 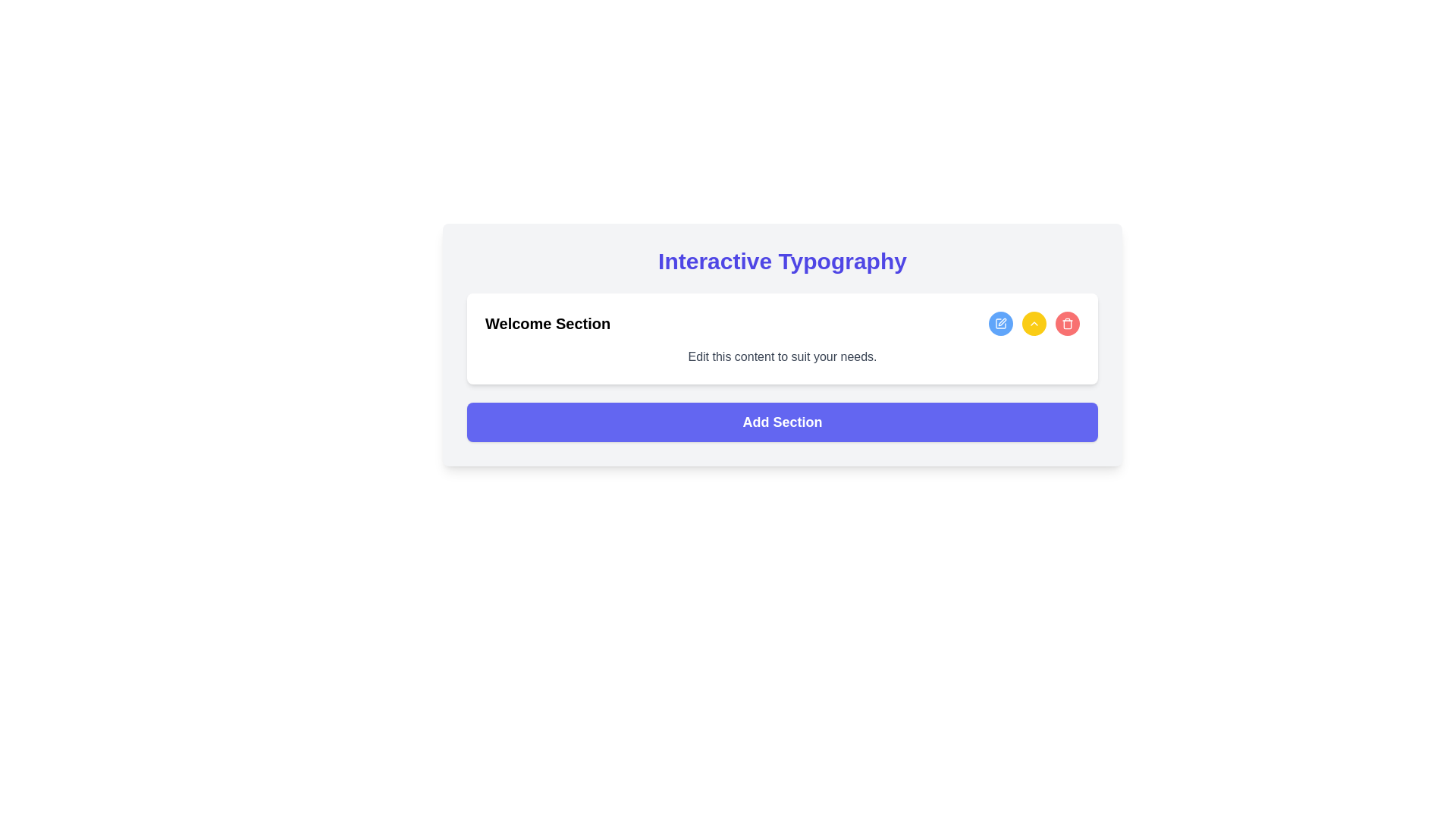 I want to click on the circular yellow button with a white upward arrow icon located in the 'Welcome Section' area, so click(x=1033, y=323).